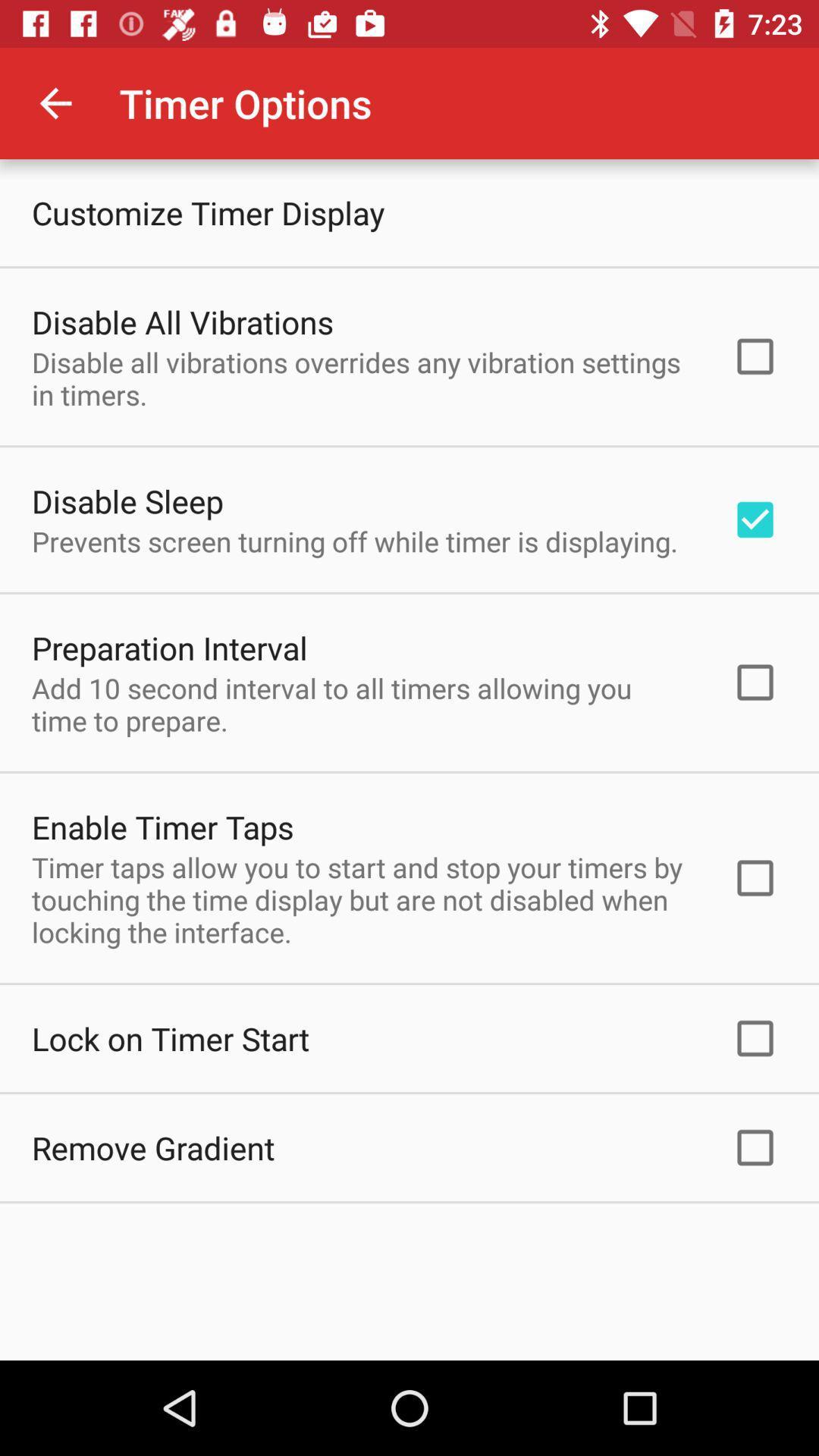 This screenshot has height=1456, width=819. What do you see at coordinates (127, 500) in the screenshot?
I see `the icon below the disable all vibrations item` at bounding box center [127, 500].